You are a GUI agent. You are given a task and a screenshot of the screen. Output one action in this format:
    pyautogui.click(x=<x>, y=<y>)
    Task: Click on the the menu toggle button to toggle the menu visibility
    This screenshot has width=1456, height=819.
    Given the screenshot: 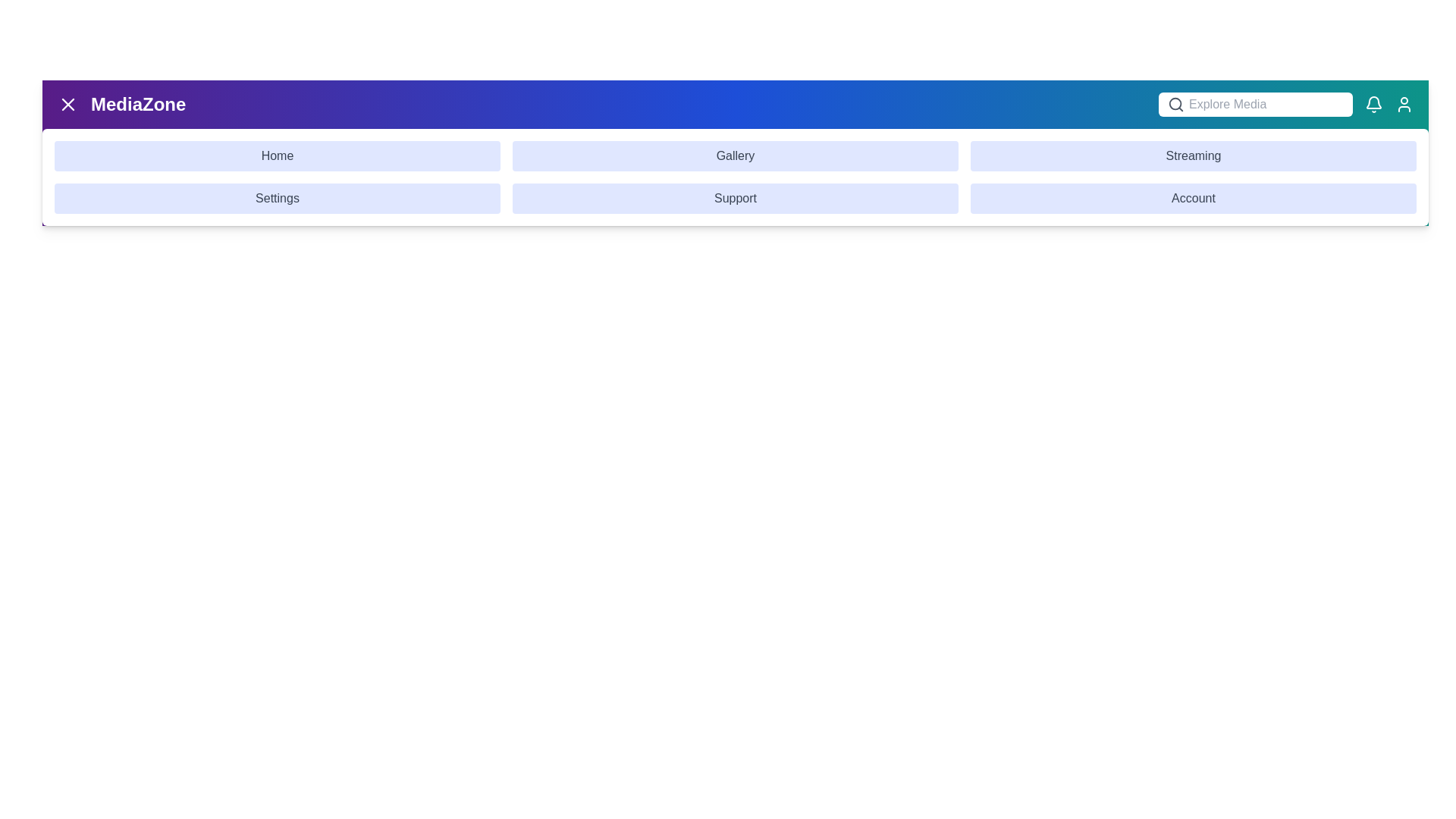 What is the action you would take?
    pyautogui.click(x=67, y=104)
    